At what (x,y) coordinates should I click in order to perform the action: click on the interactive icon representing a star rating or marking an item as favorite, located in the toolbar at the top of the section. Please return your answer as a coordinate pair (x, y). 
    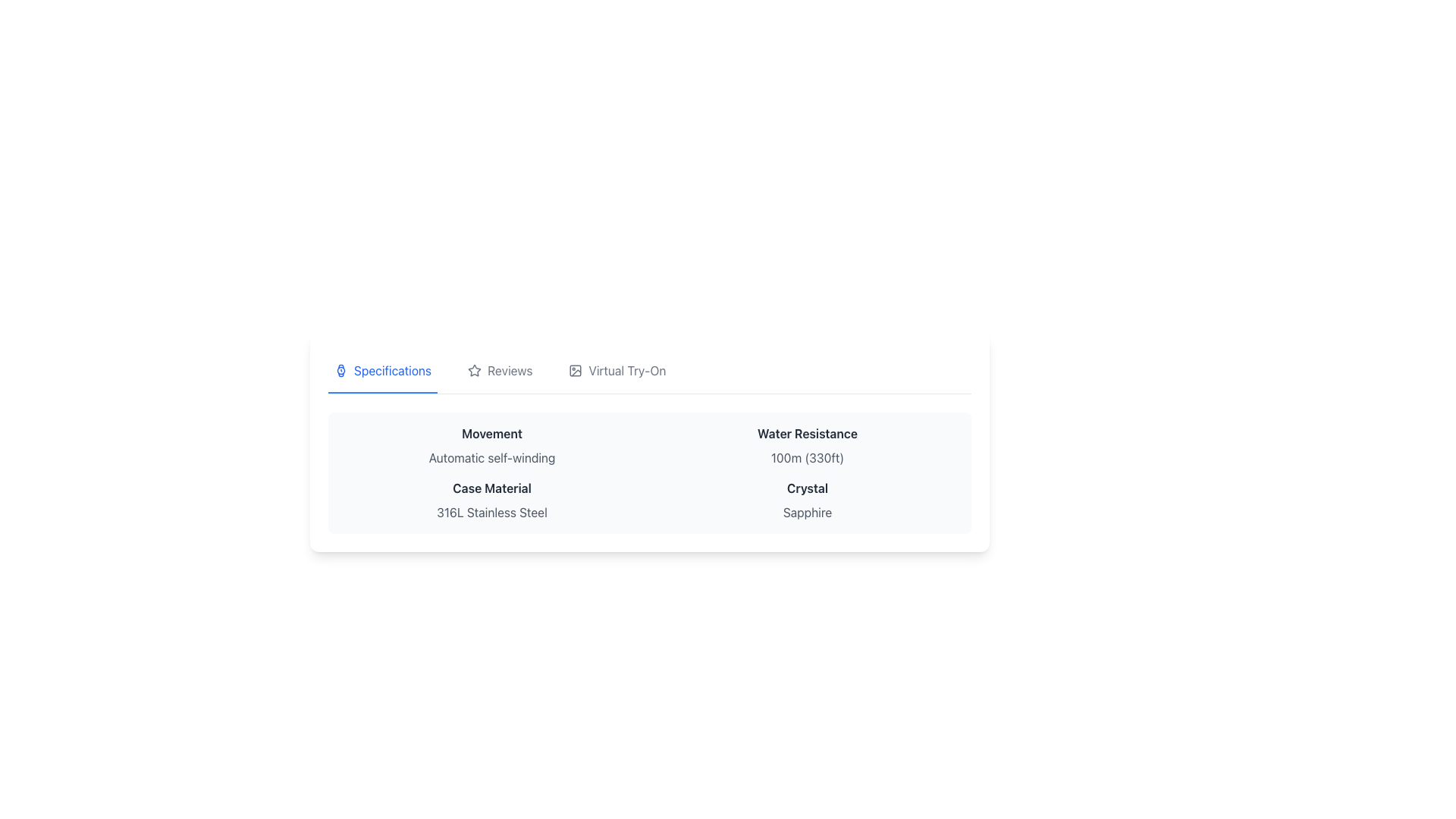
    Looking at the image, I should click on (474, 370).